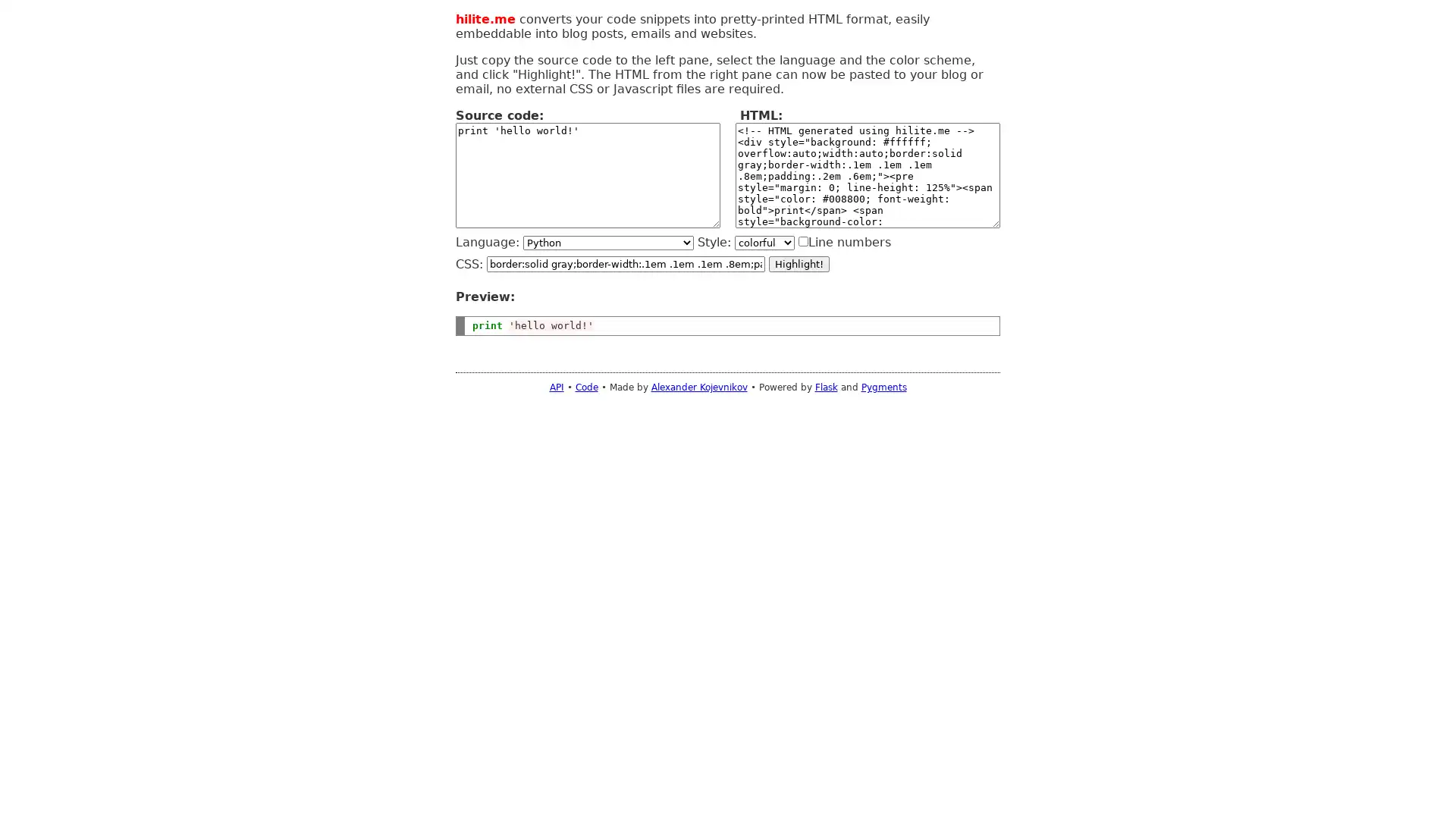  What do you see at coordinates (799, 263) in the screenshot?
I see `Highlight!` at bounding box center [799, 263].